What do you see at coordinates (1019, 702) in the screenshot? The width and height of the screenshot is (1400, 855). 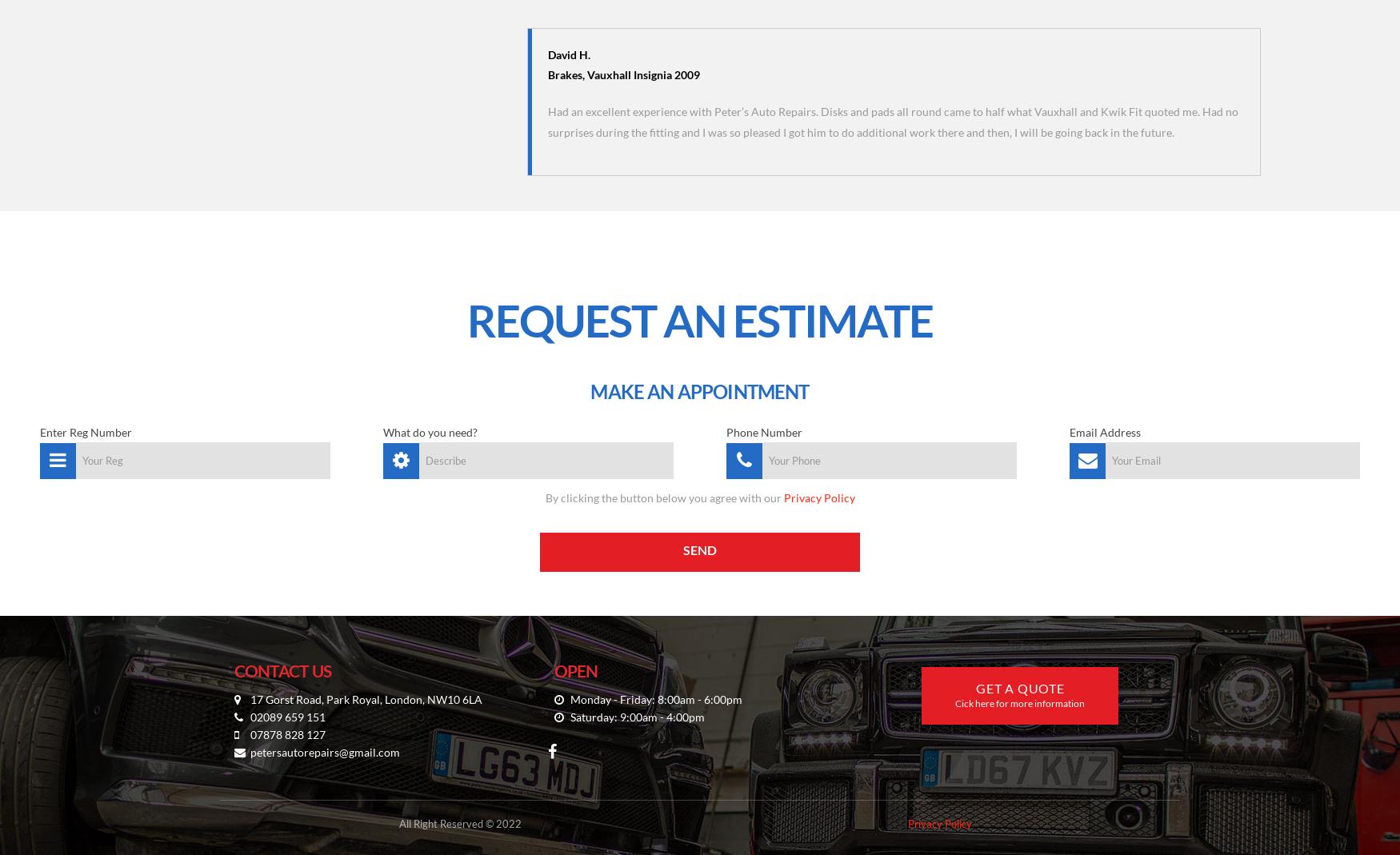 I see `'Cick here for more information'` at bounding box center [1019, 702].